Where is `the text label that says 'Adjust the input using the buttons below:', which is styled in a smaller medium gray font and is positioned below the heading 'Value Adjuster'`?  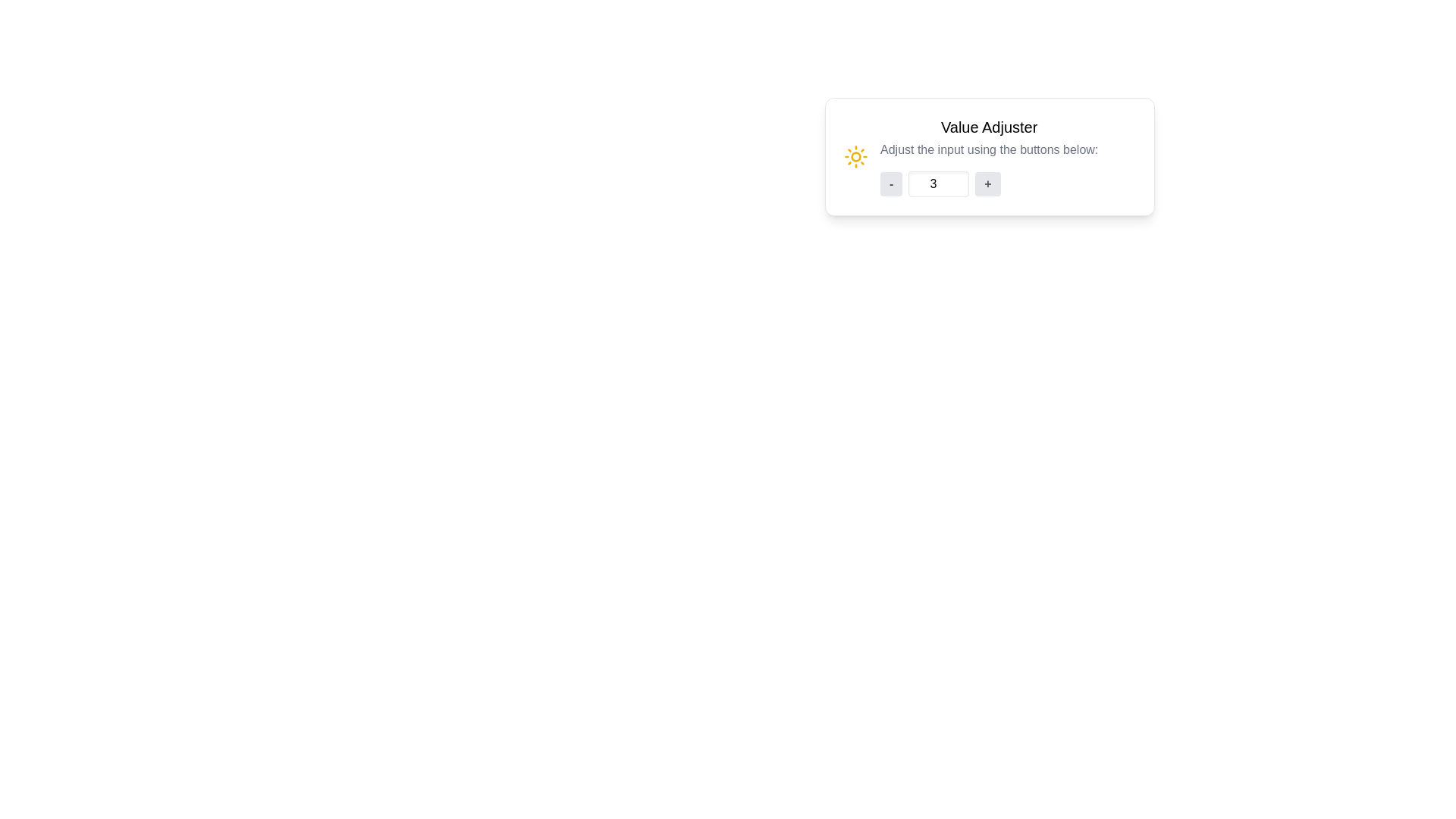
the text label that says 'Adjust the input using the buttons below:', which is styled in a smaller medium gray font and is positioned below the heading 'Value Adjuster' is located at coordinates (989, 149).